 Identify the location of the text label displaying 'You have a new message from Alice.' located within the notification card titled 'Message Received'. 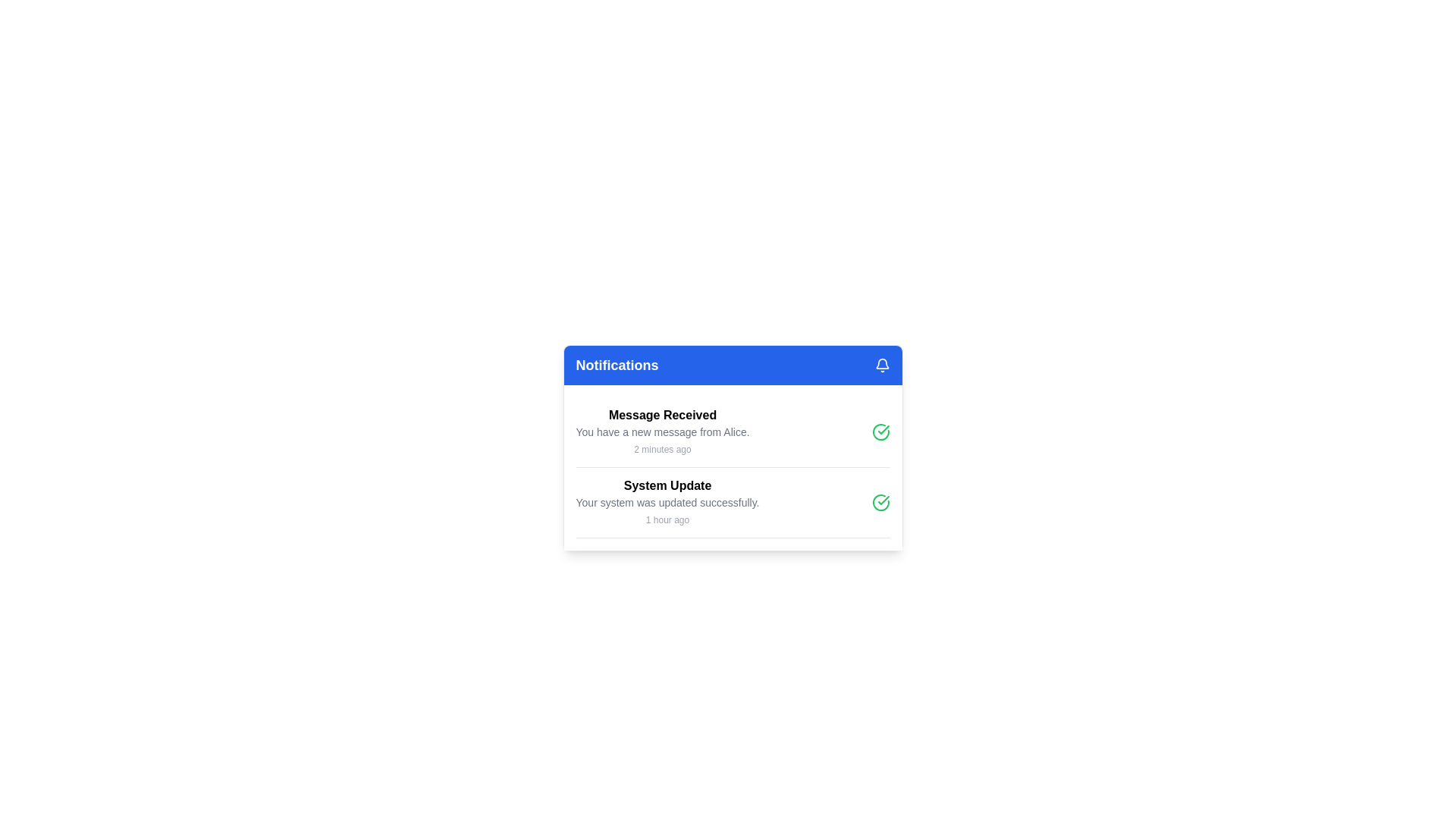
(662, 432).